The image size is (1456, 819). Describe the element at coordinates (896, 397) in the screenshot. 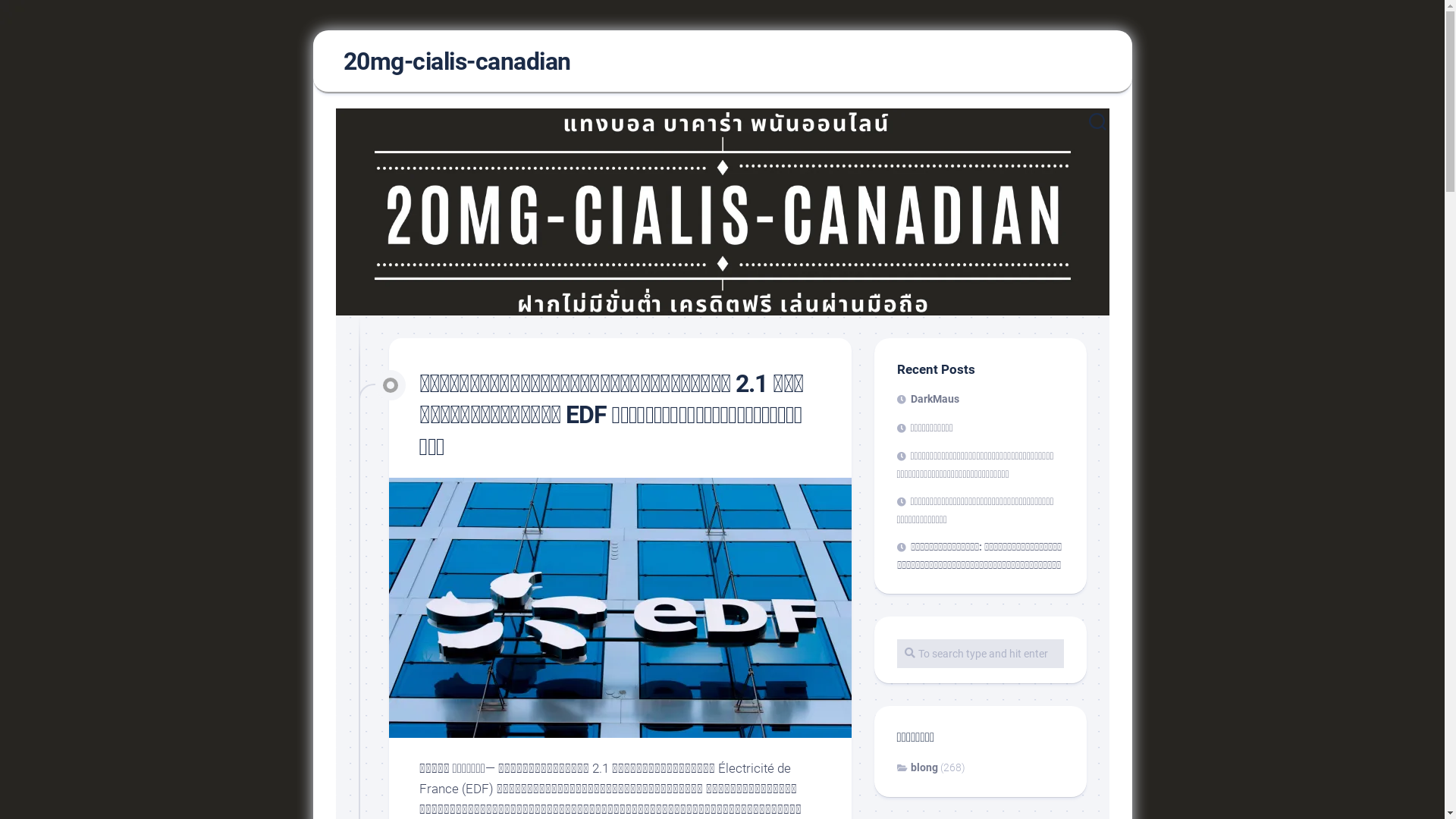

I see `'DarkMaus'` at that location.